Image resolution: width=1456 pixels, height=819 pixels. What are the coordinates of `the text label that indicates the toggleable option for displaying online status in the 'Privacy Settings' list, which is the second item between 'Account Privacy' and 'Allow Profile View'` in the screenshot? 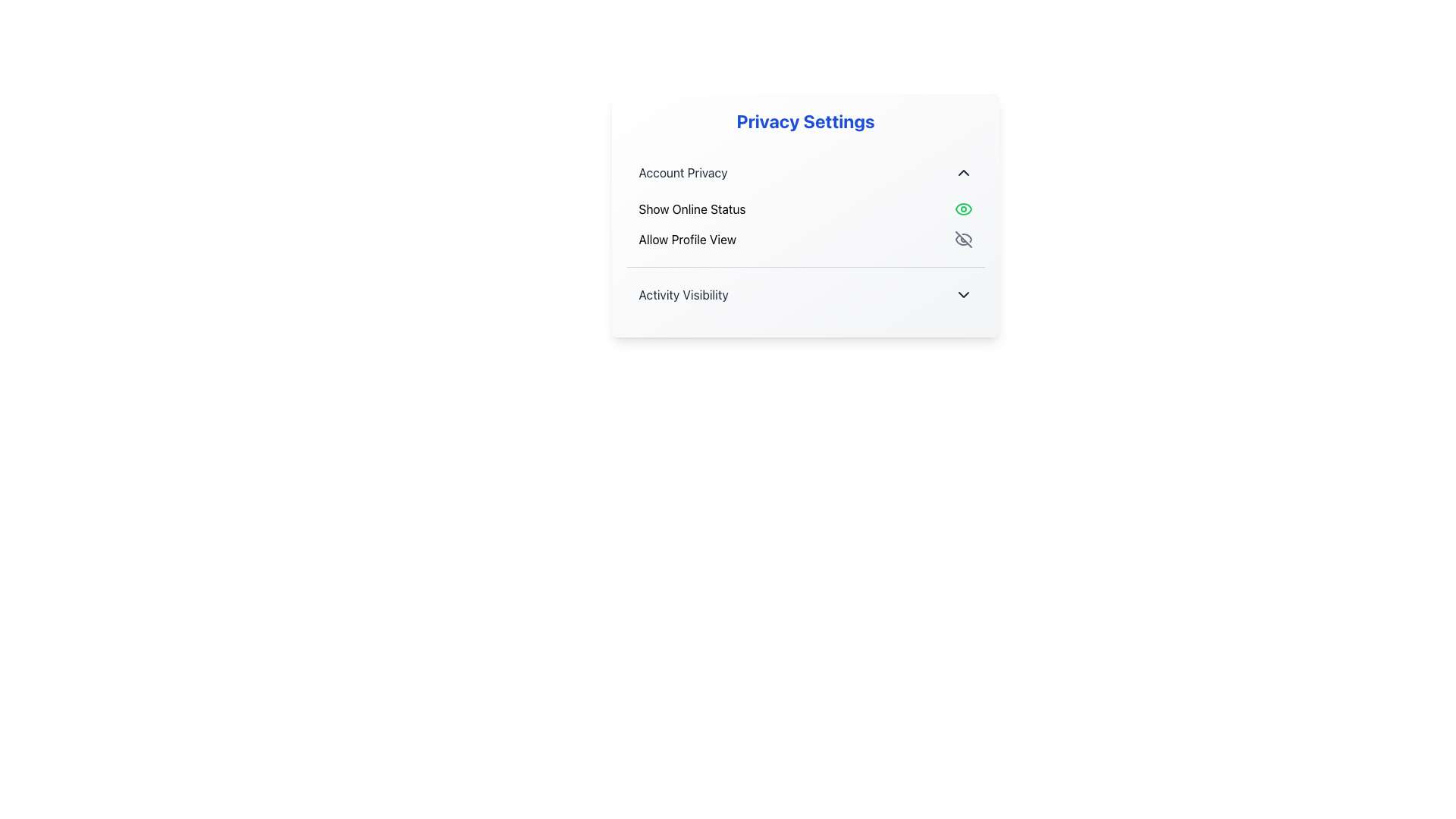 It's located at (691, 209).